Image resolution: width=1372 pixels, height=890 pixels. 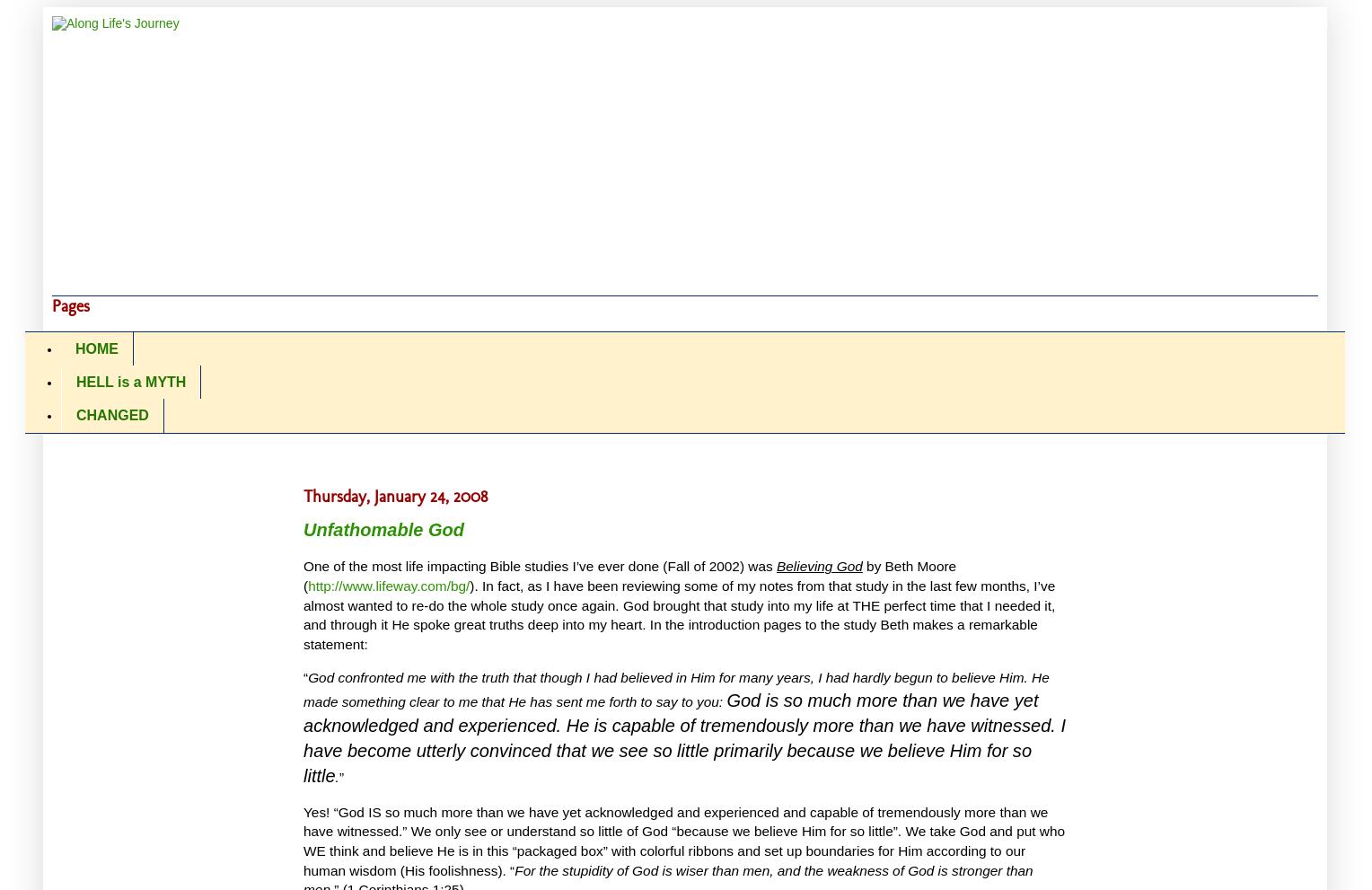 I want to click on 'We only see or understand so little of God “because we believe Him for so little”.', so click(x=655, y=830).